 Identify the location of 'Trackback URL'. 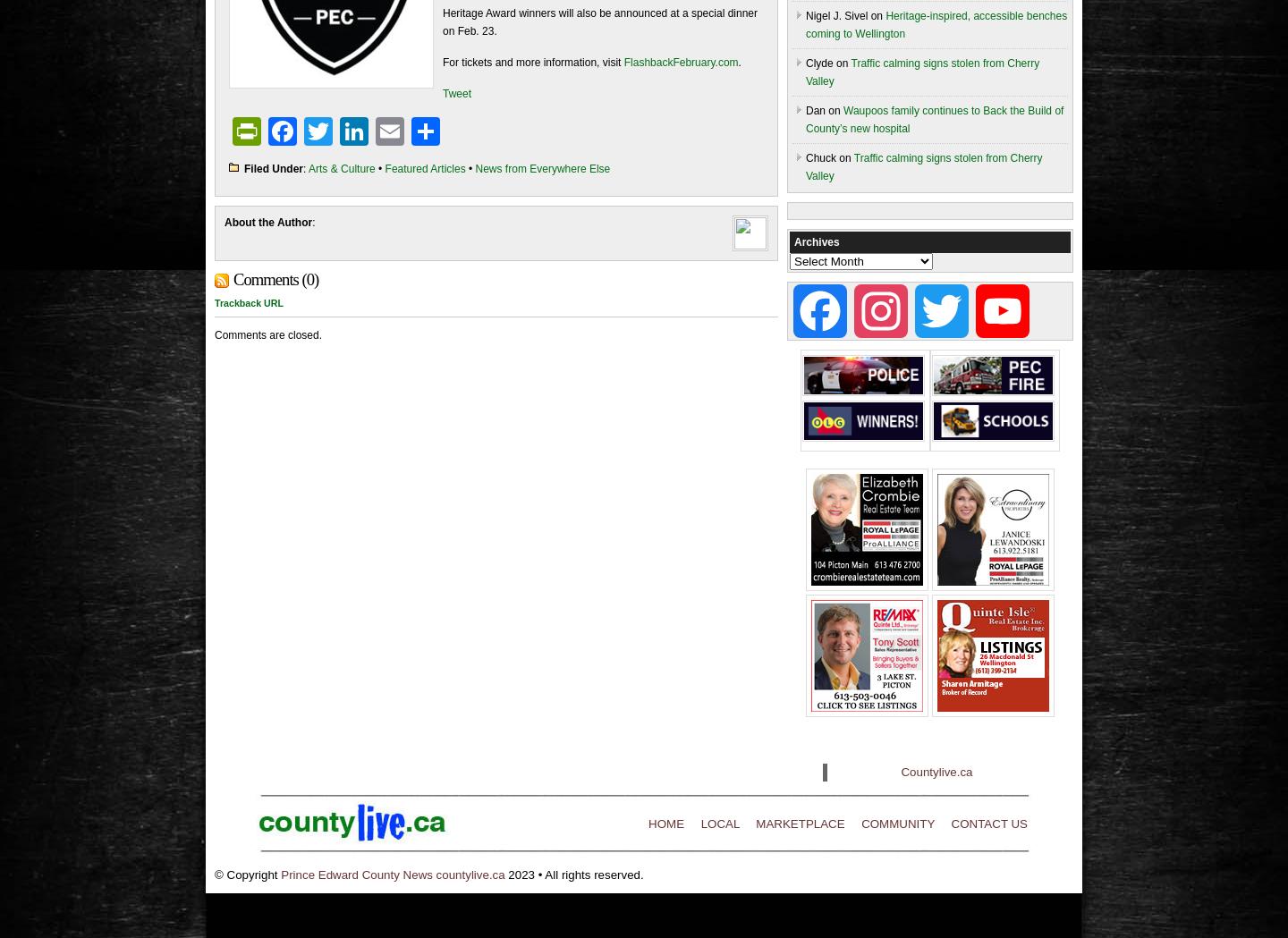
(215, 302).